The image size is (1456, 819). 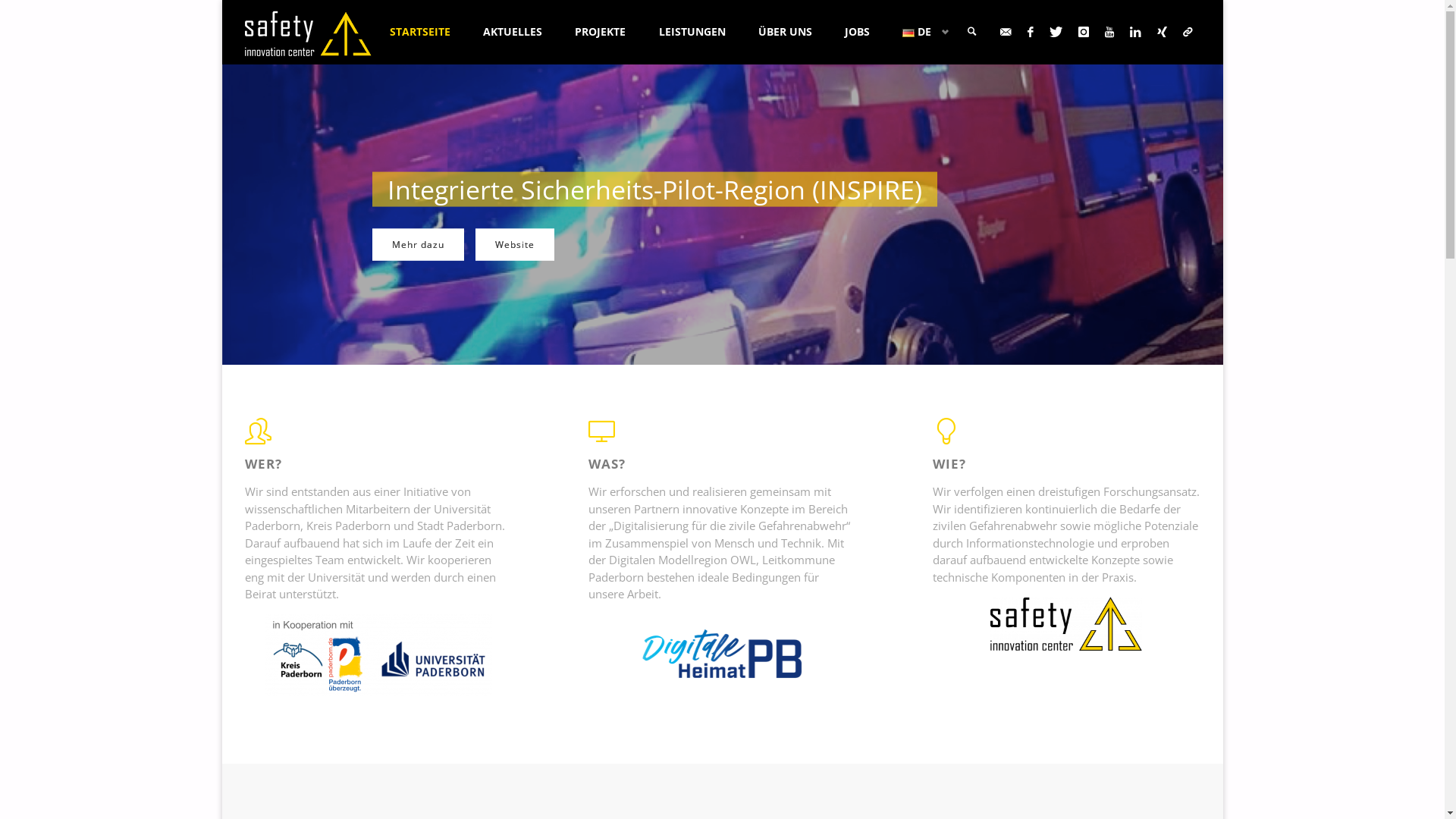 What do you see at coordinates (1109, 32) in the screenshot?
I see `'YouTube'` at bounding box center [1109, 32].